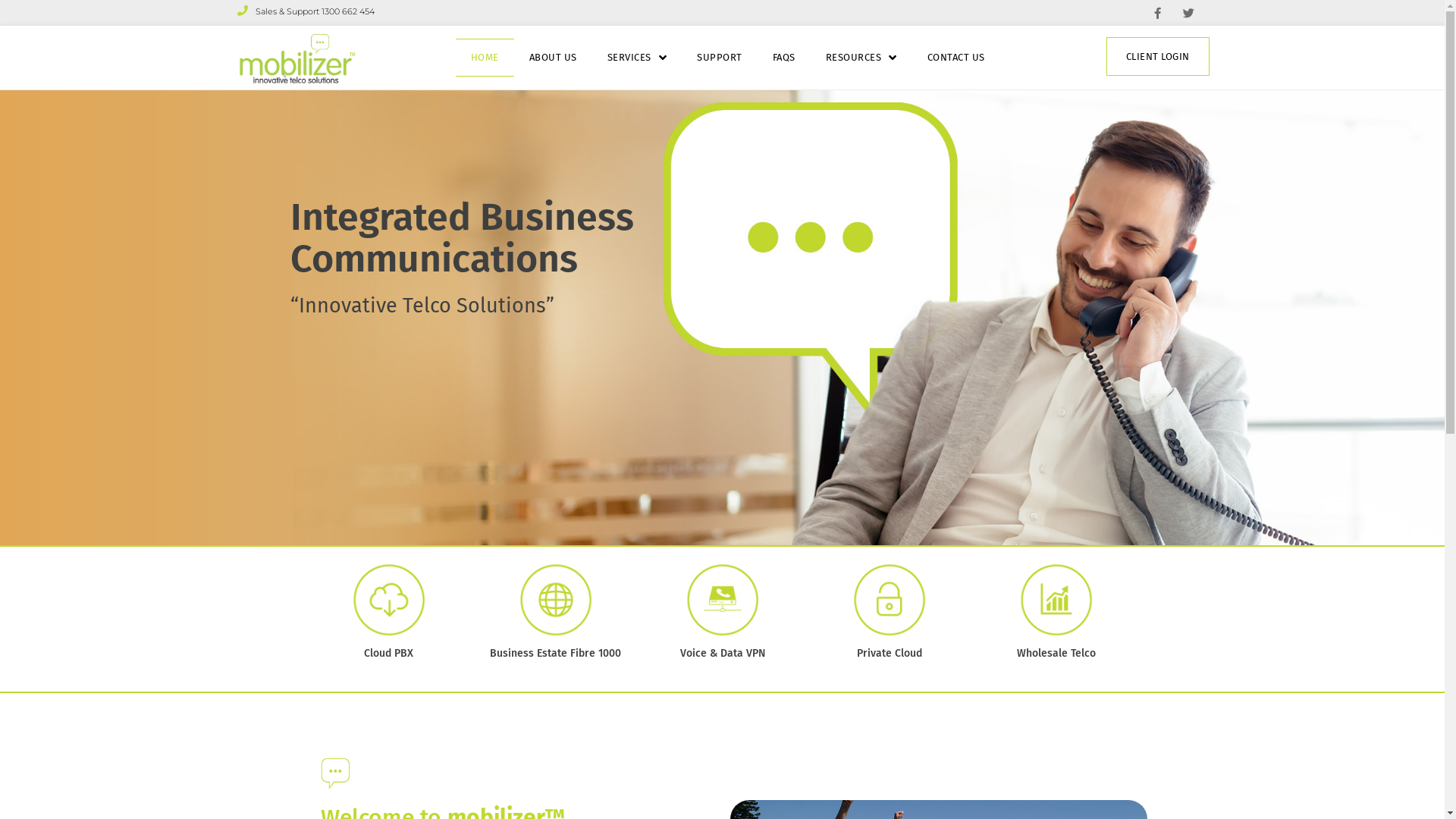  I want to click on 'Private Cloud', so click(889, 652).